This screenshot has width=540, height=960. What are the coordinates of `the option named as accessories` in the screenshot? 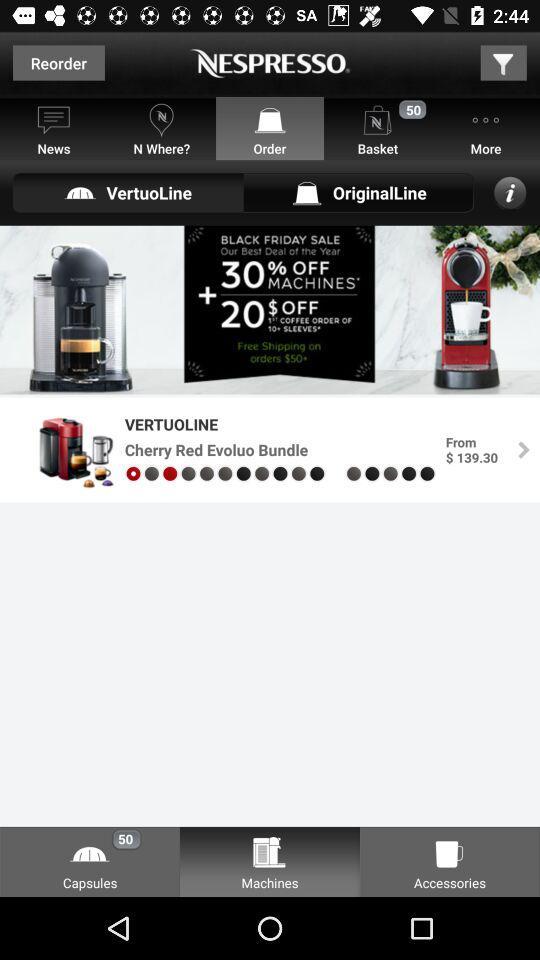 It's located at (449, 860).